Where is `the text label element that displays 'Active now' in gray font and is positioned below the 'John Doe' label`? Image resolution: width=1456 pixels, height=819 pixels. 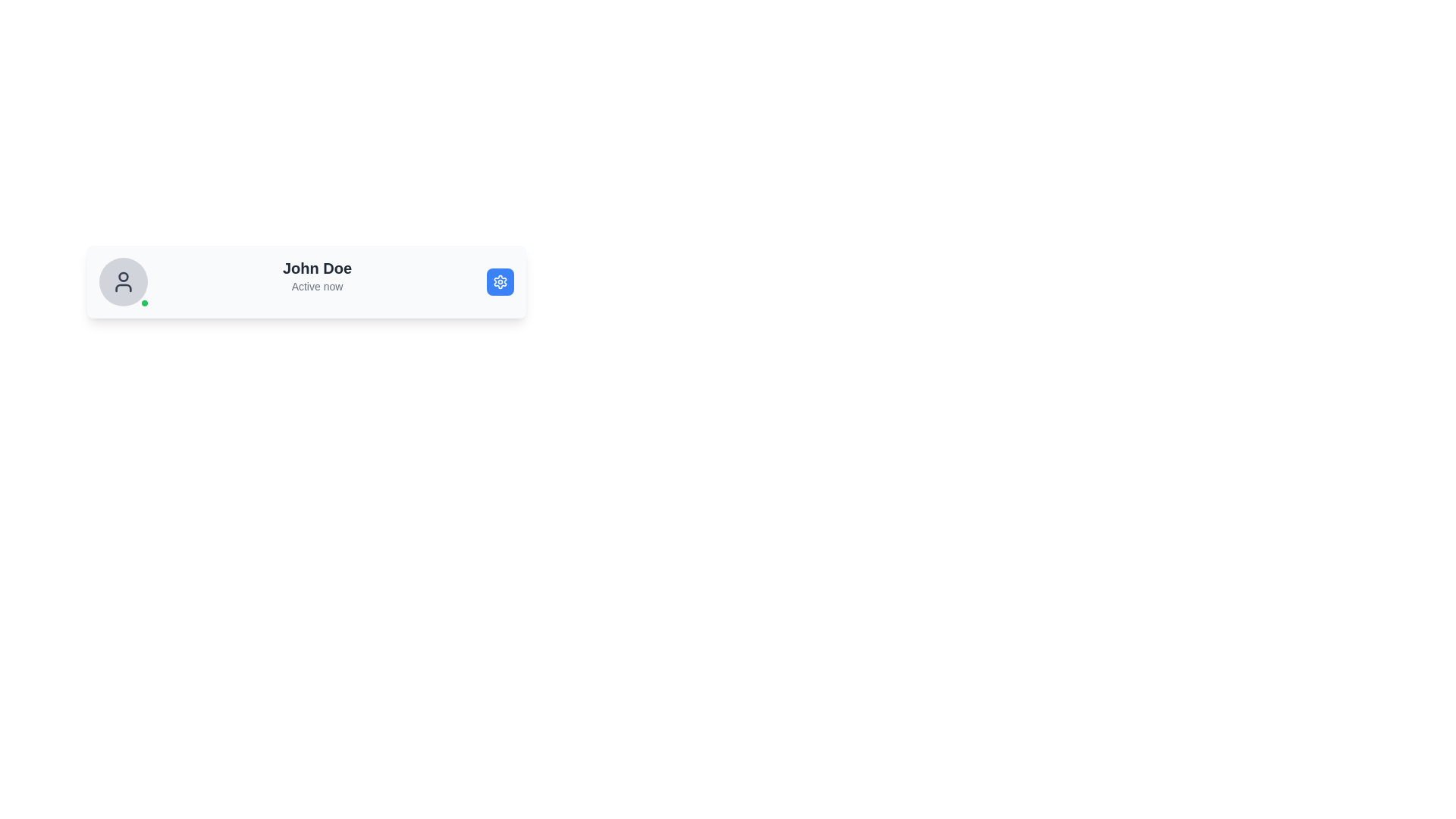 the text label element that displays 'Active now' in gray font and is positioned below the 'John Doe' label is located at coordinates (316, 287).